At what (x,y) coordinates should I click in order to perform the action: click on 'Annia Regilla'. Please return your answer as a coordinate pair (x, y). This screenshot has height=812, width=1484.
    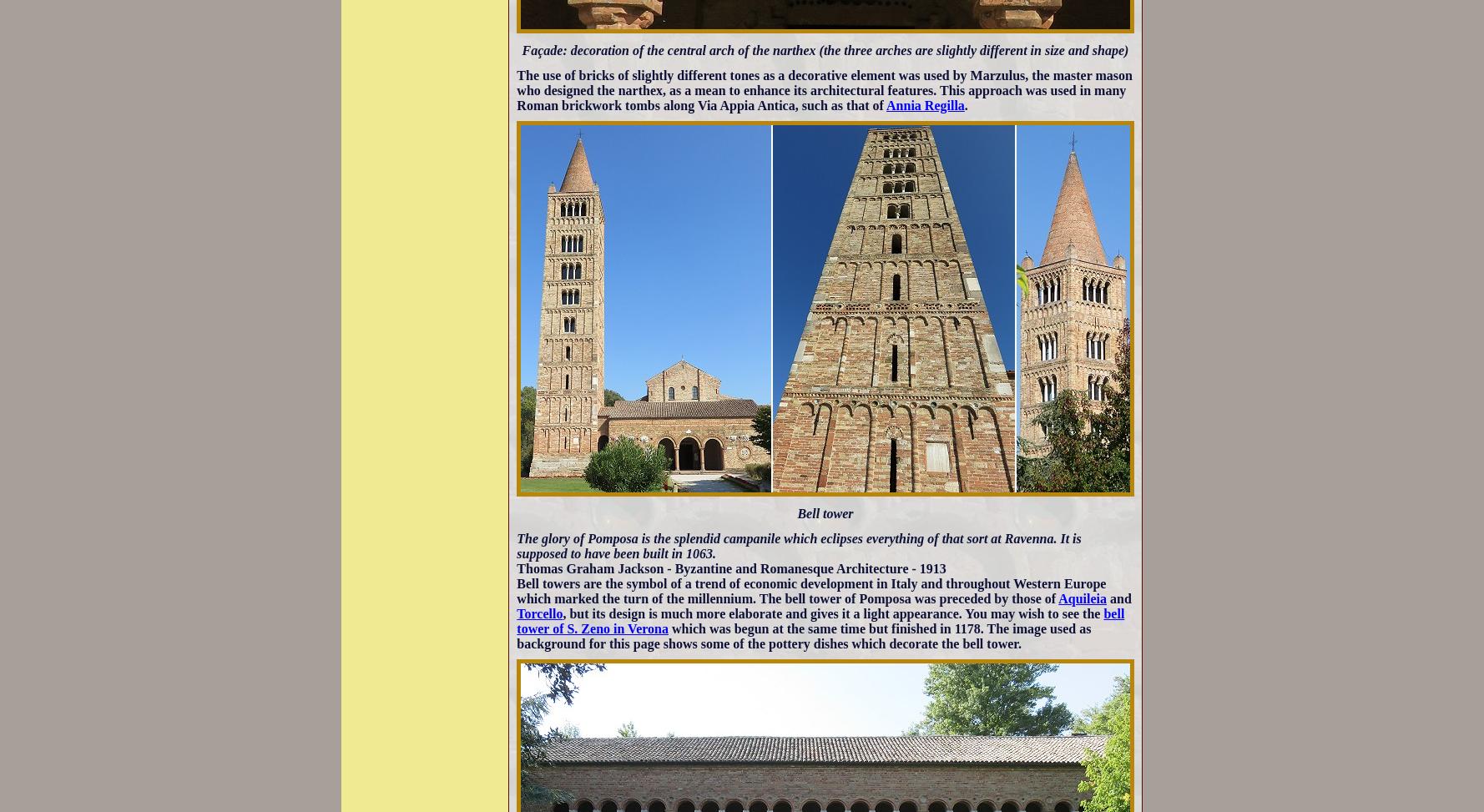
    Looking at the image, I should click on (924, 103).